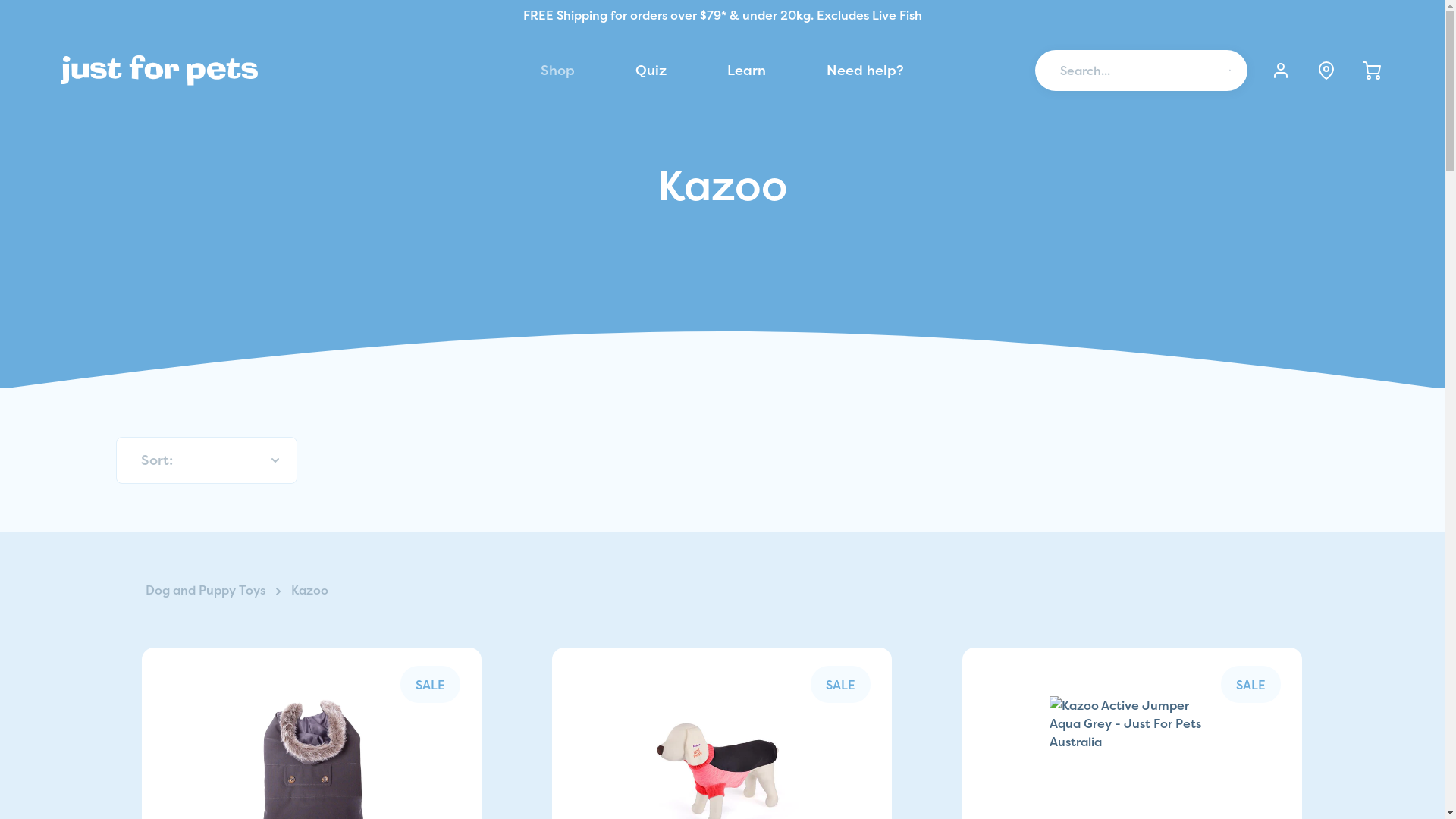  What do you see at coordinates (651, 70) in the screenshot?
I see `'Quiz'` at bounding box center [651, 70].